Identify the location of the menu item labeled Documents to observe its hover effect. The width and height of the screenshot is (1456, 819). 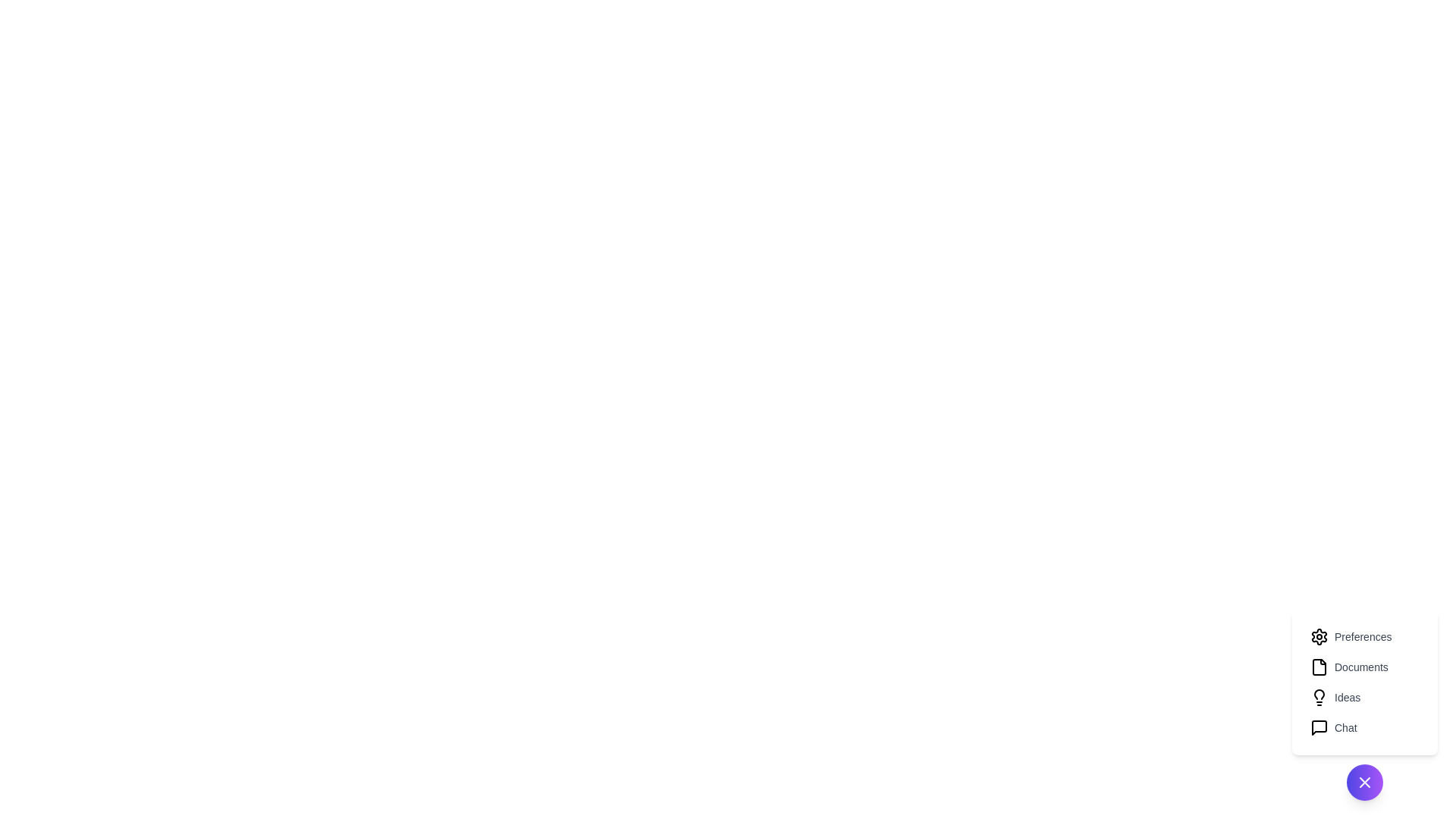
(1365, 666).